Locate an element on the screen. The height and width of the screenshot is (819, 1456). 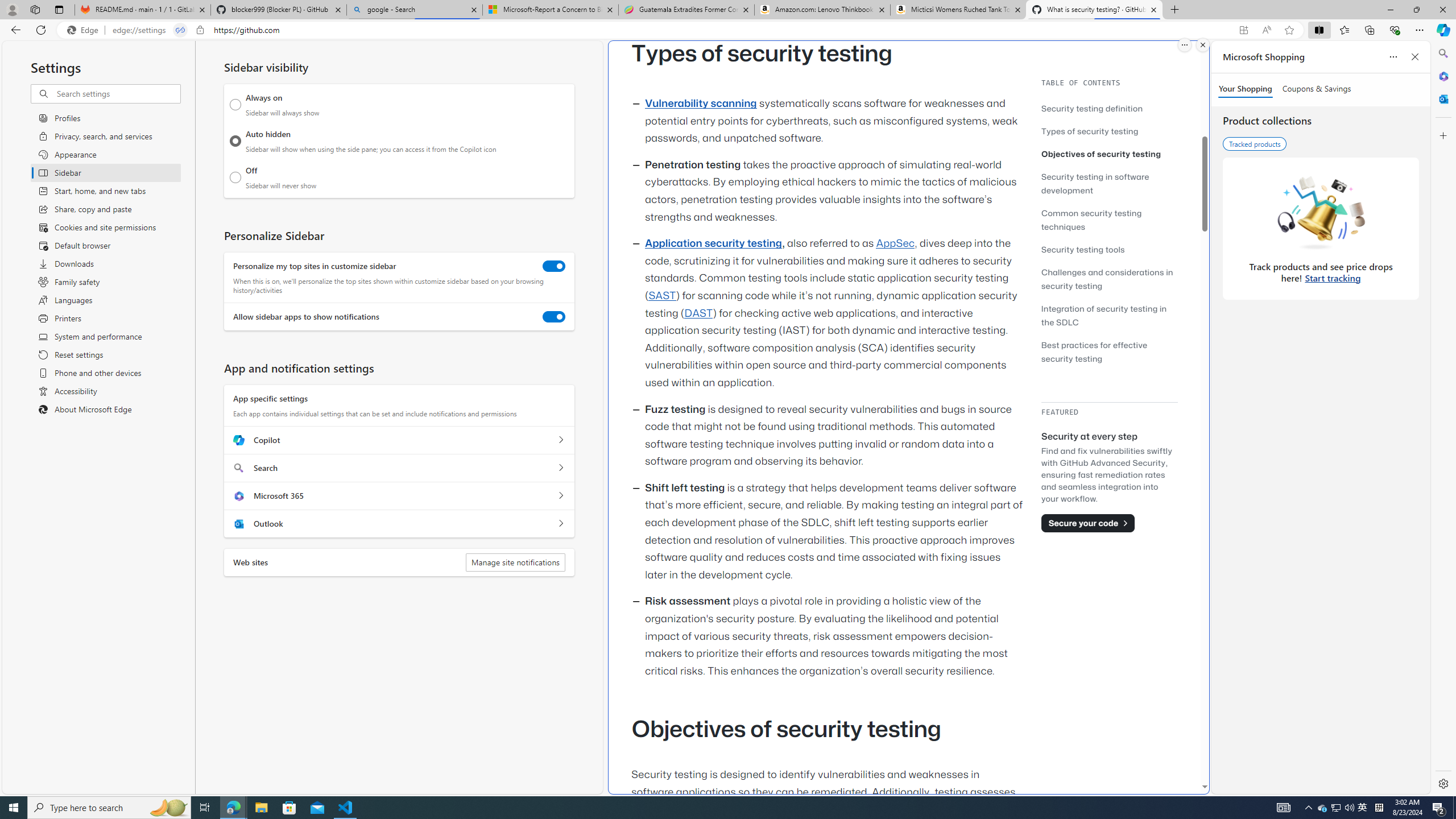
'Security testing tools' is located at coordinates (1082, 249).